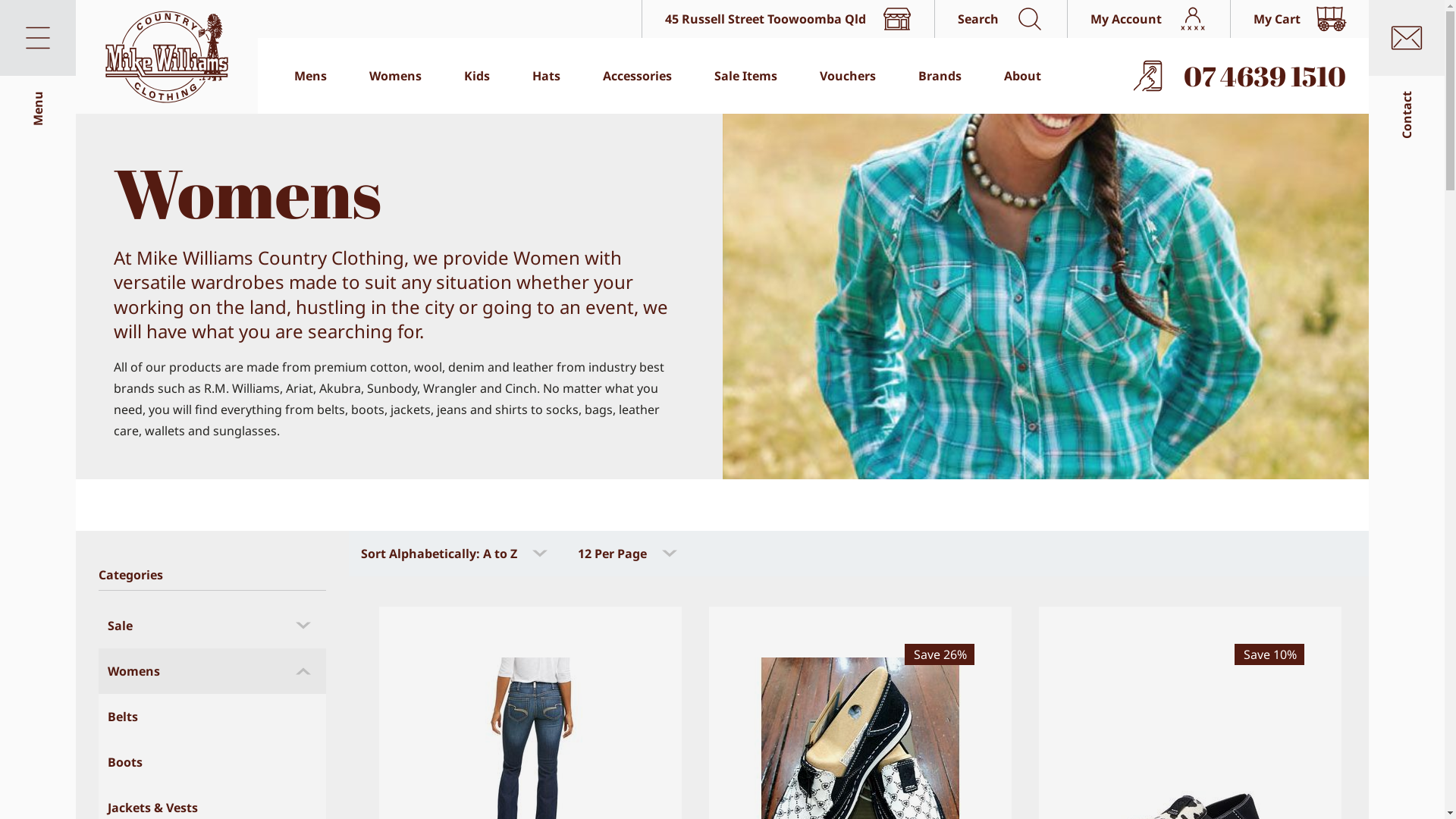  What do you see at coordinates (454, 553) in the screenshot?
I see `'Sort Alphabetically: A to Z'` at bounding box center [454, 553].